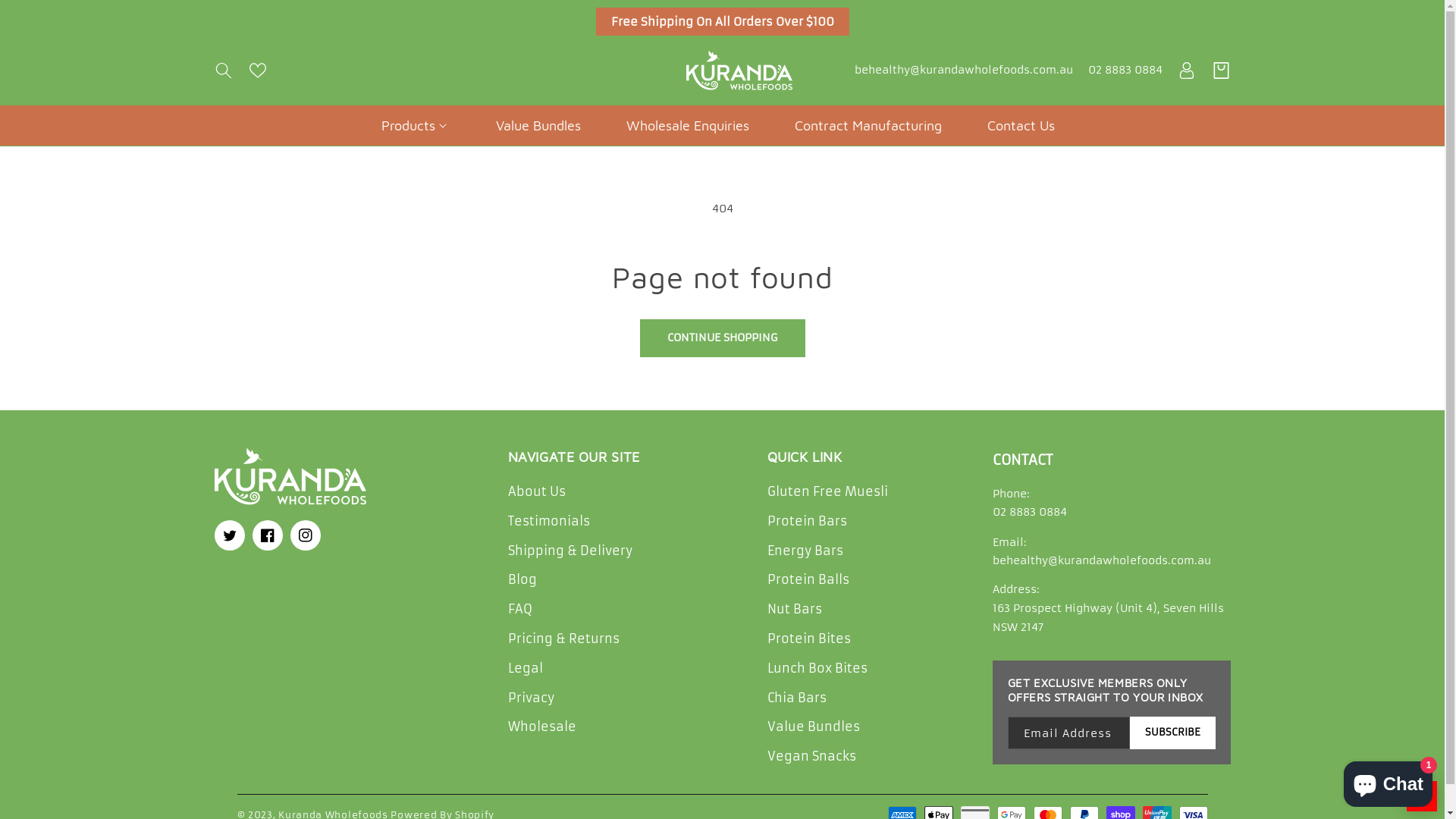 Image resolution: width=1456 pixels, height=819 pixels. I want to click on 'behealthy@kurandawholefoods.com.au', so click(962, 70).